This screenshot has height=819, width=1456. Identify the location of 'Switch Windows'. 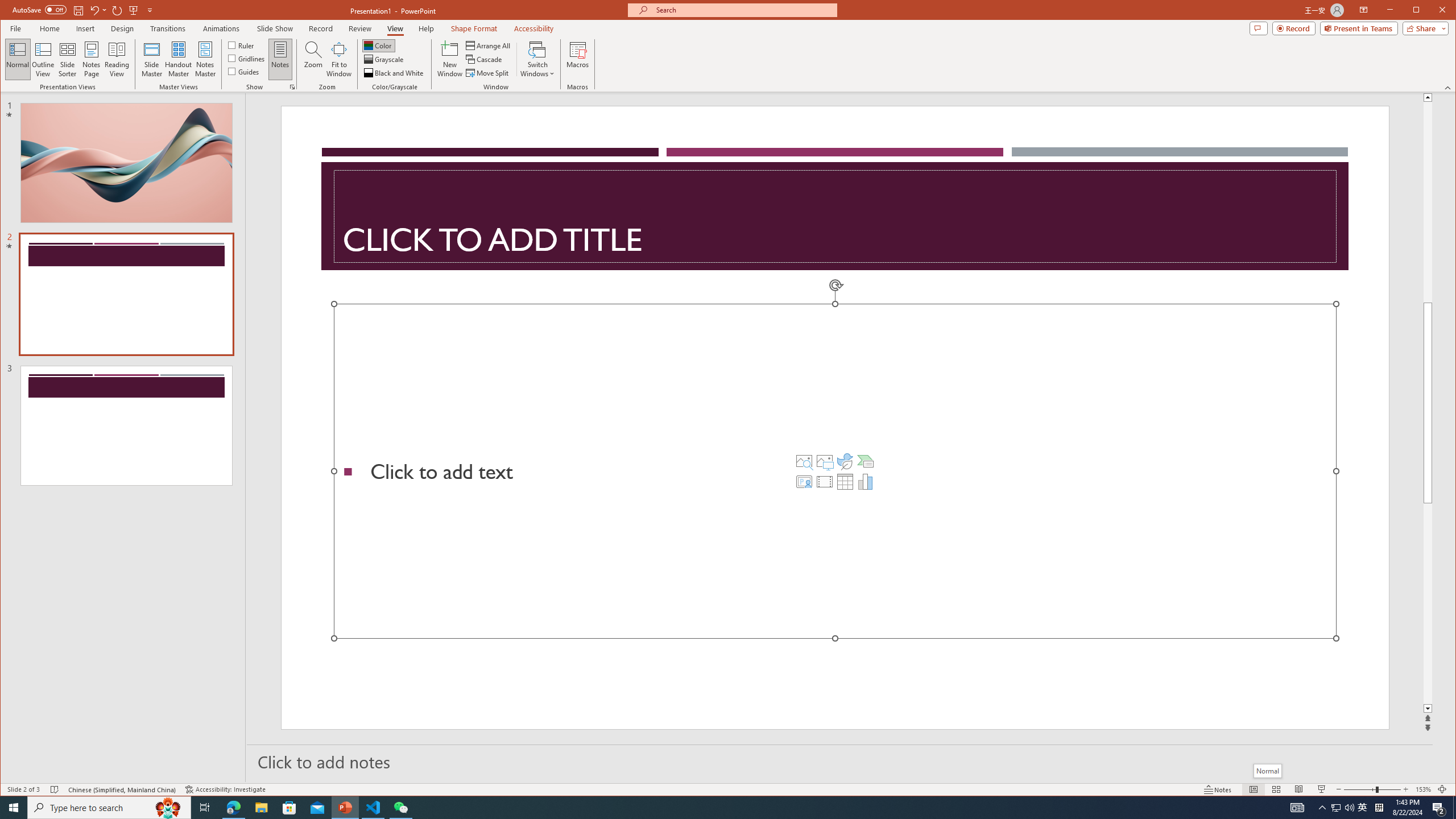
(537, 59).